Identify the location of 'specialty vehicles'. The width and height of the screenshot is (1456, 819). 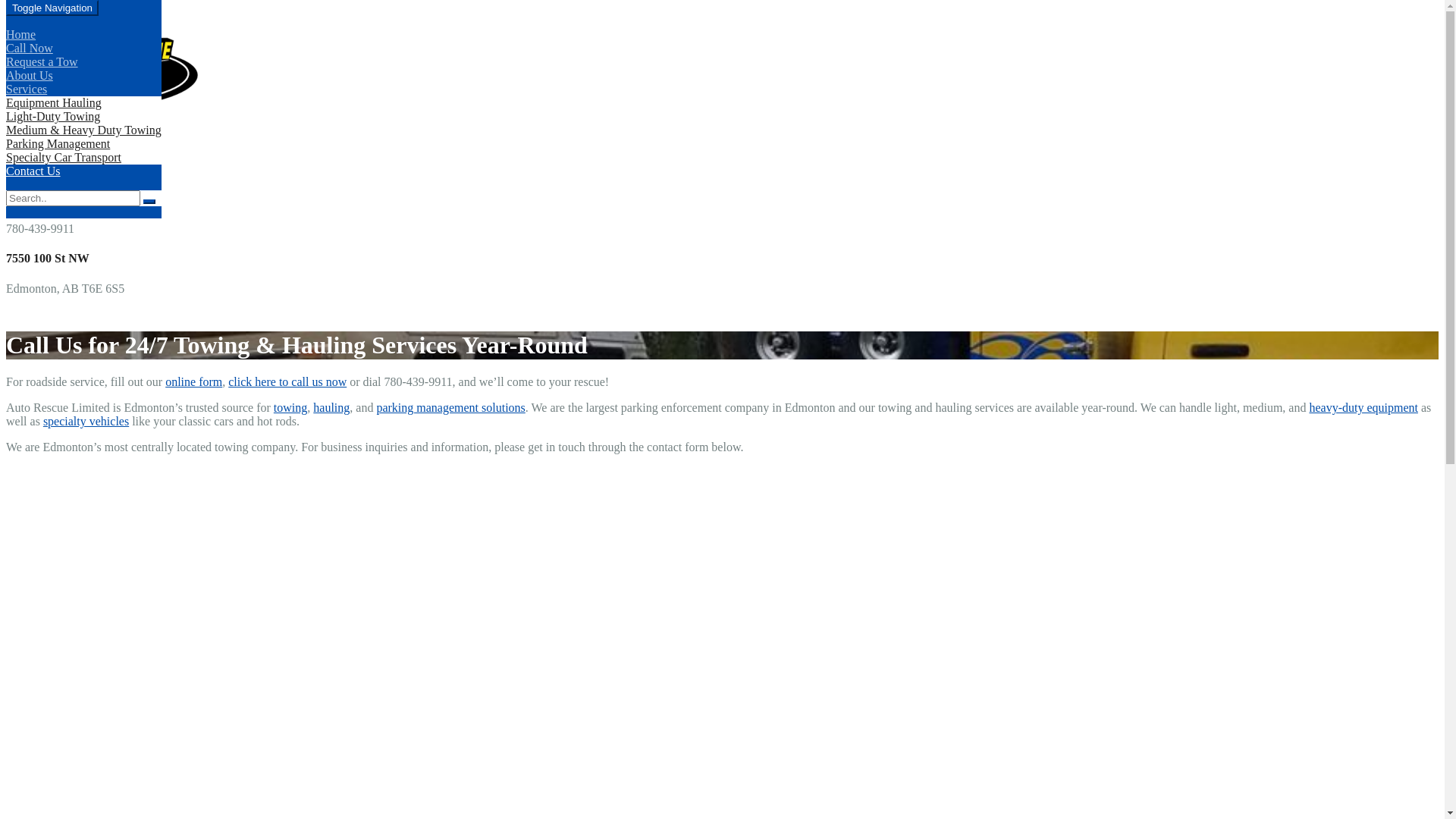
(85, 421).